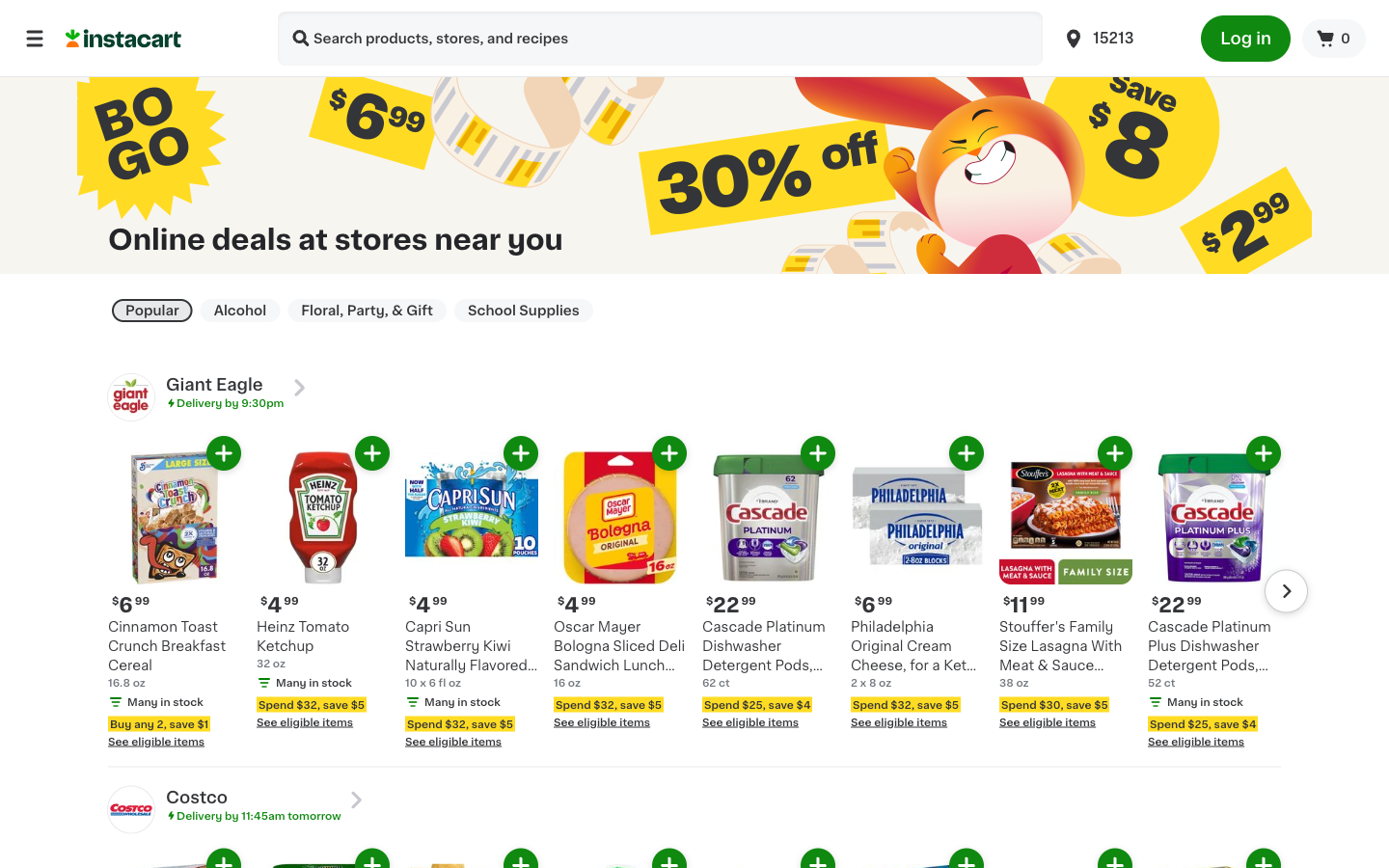 The width and height of the screenshot is (1389, 868). I want to click on the primary navigation screen, so click(34, 37).